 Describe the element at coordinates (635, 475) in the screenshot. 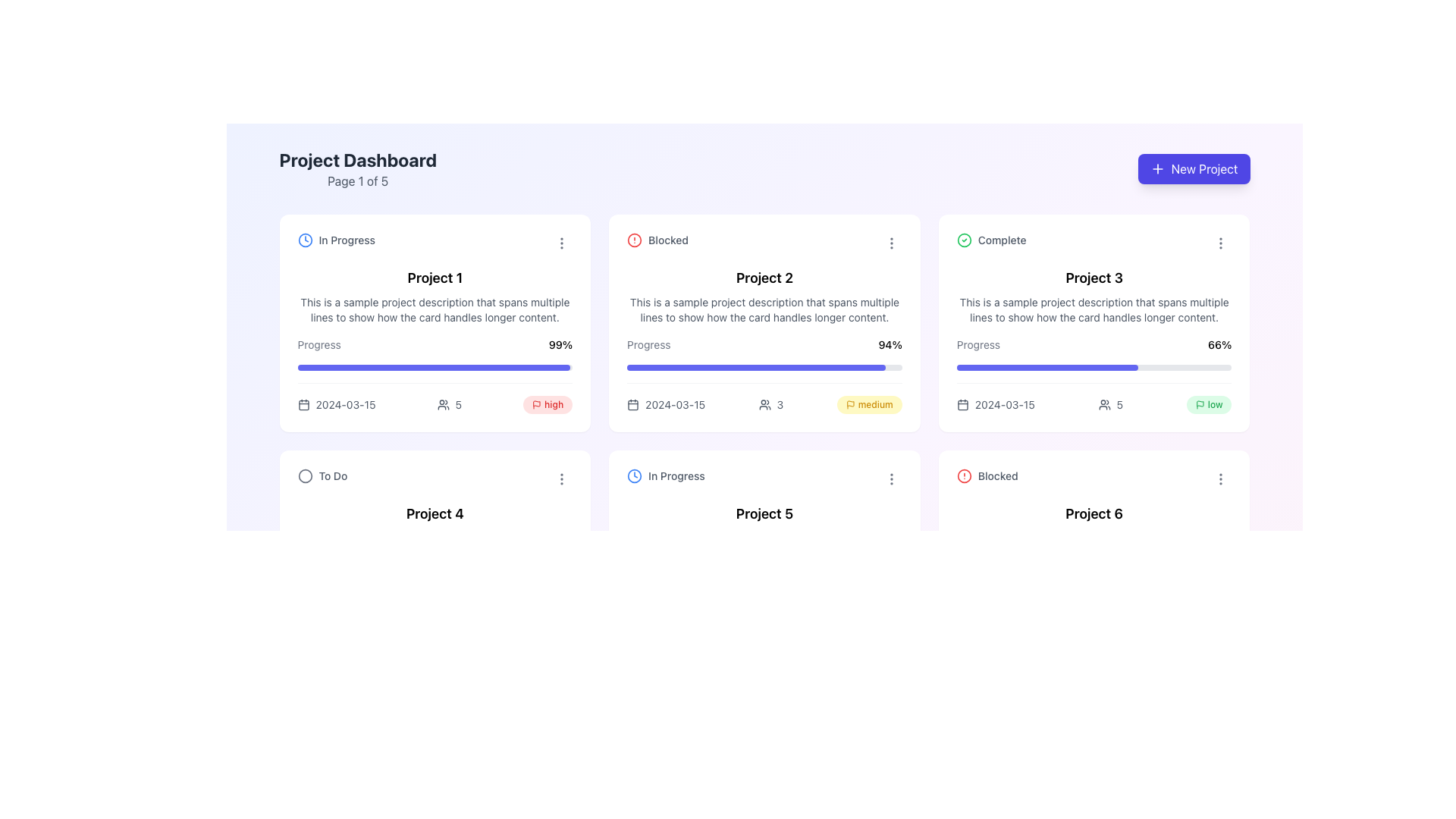

I see `the status icon located at the top-left corner of the 'Project 5' card, which indicates the ongoing state of the project labeled 'In Progress'` at that location.